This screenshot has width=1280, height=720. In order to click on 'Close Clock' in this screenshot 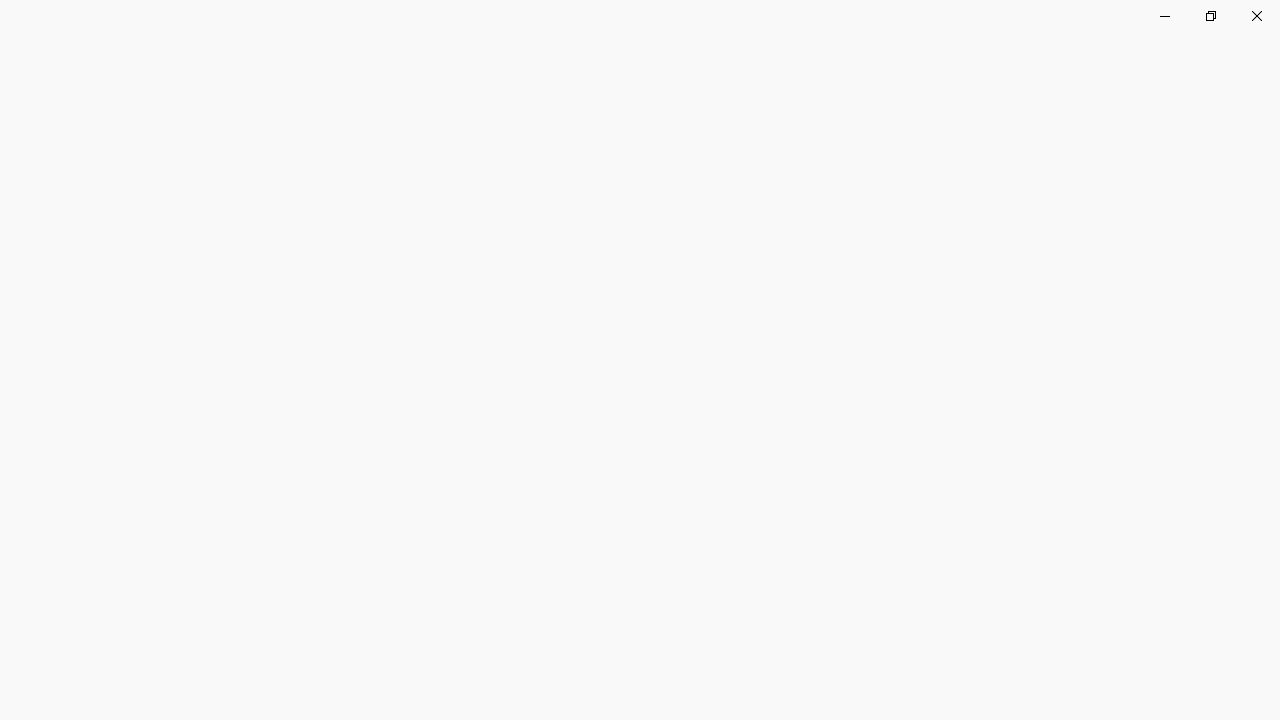, I will do `click(1255, 15)`.